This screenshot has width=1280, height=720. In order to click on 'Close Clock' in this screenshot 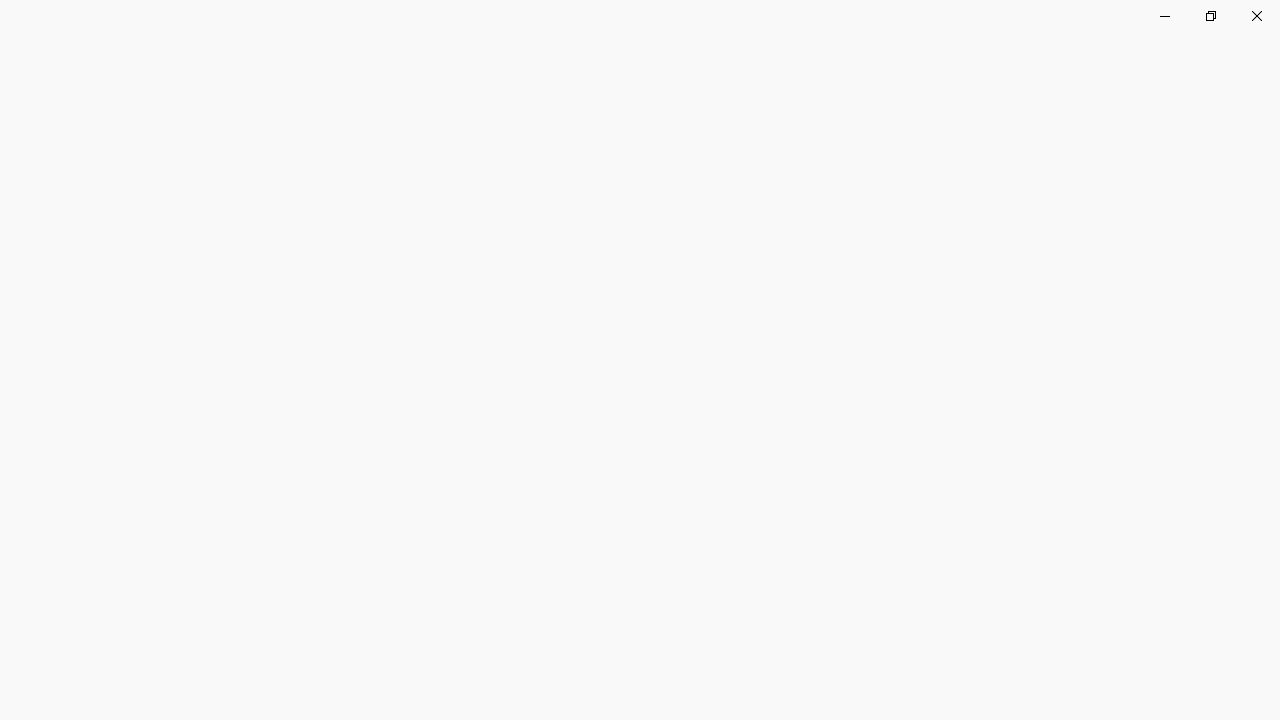, I will do `click(1255, 15)`.